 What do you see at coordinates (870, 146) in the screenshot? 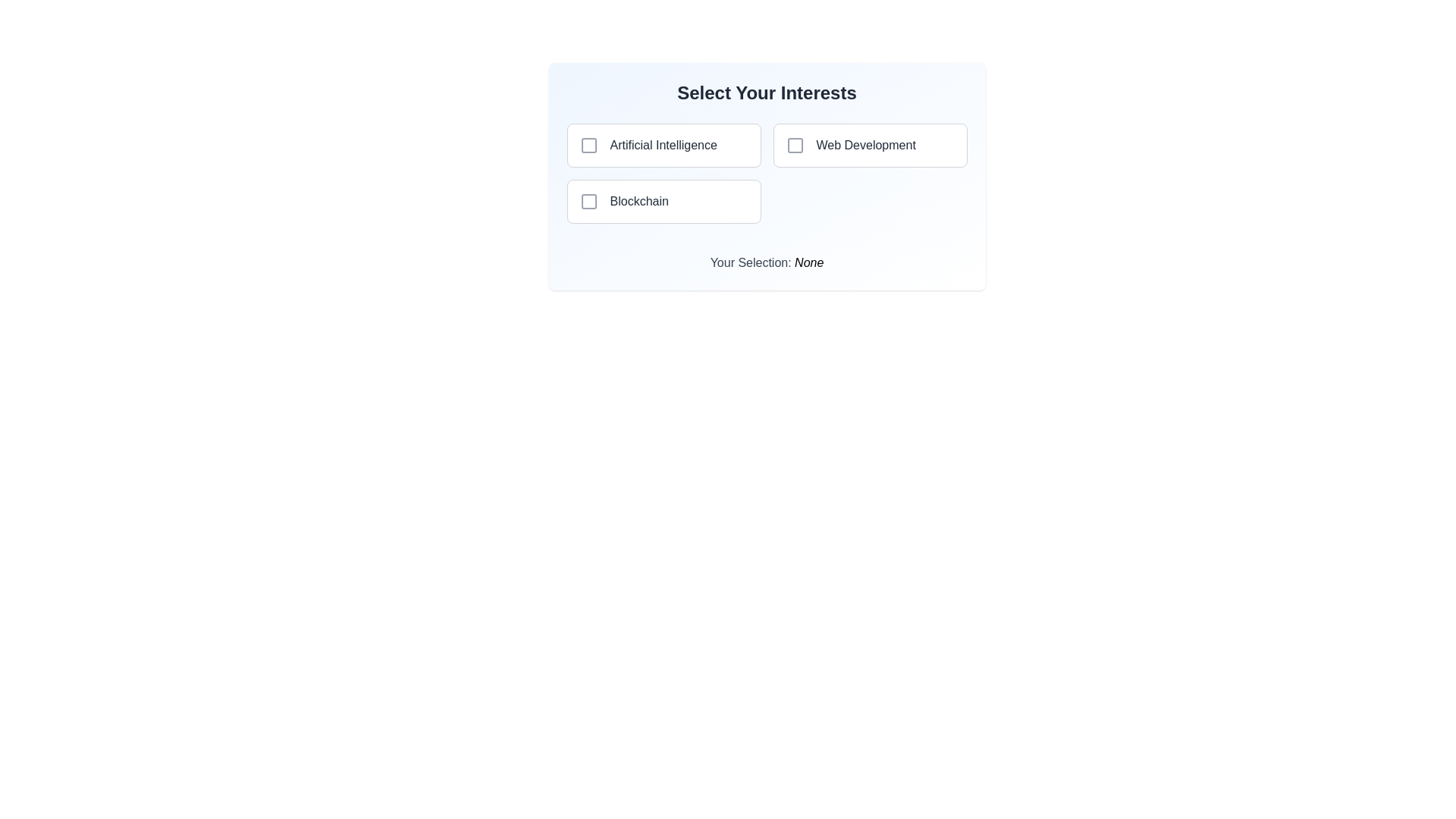
I see `the 'Web Development' checkbox` at bounding box center [870, 146].